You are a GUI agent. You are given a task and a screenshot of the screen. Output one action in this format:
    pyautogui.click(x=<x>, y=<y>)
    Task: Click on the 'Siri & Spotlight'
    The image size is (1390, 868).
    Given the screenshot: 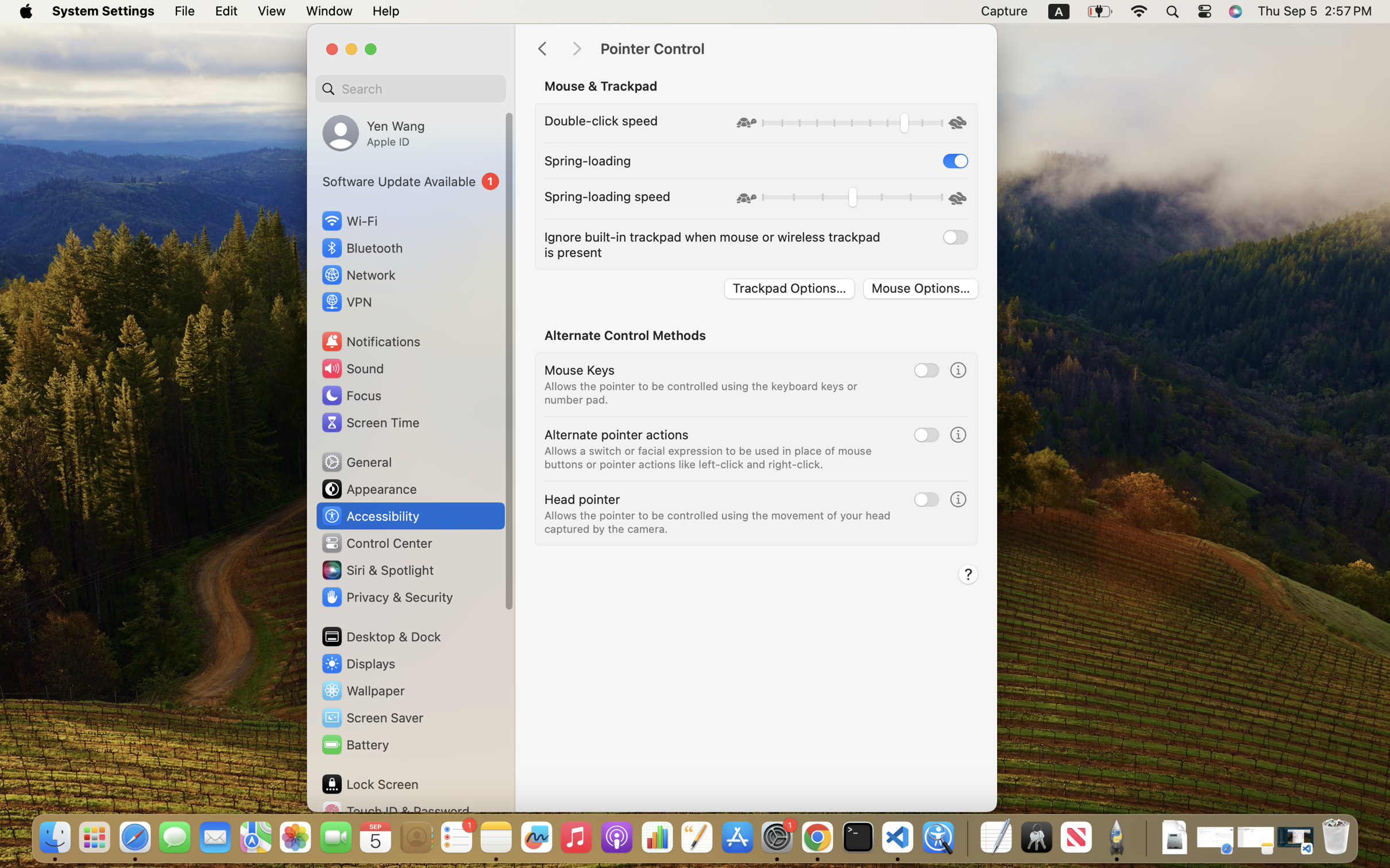 What is the action you would take?
    pyautogui.click(x=376, y=569)
    